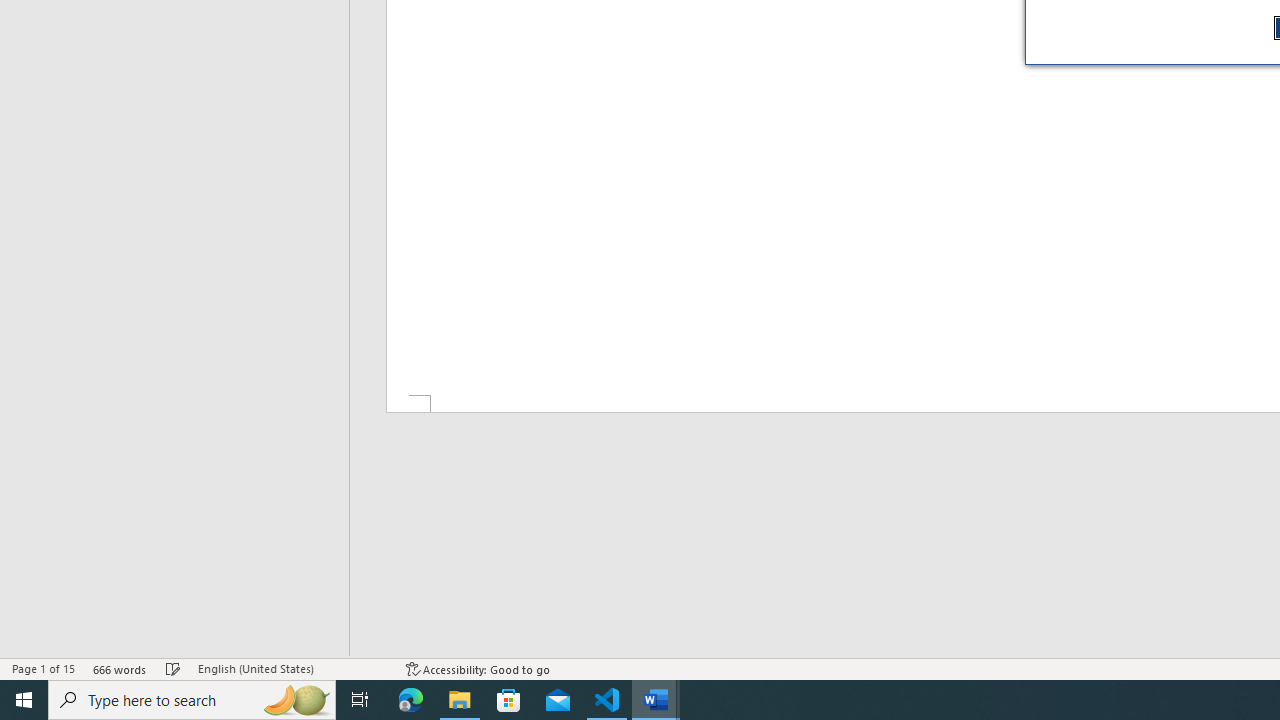  I want to click on 'Microsoft Store', so click(509, 698).